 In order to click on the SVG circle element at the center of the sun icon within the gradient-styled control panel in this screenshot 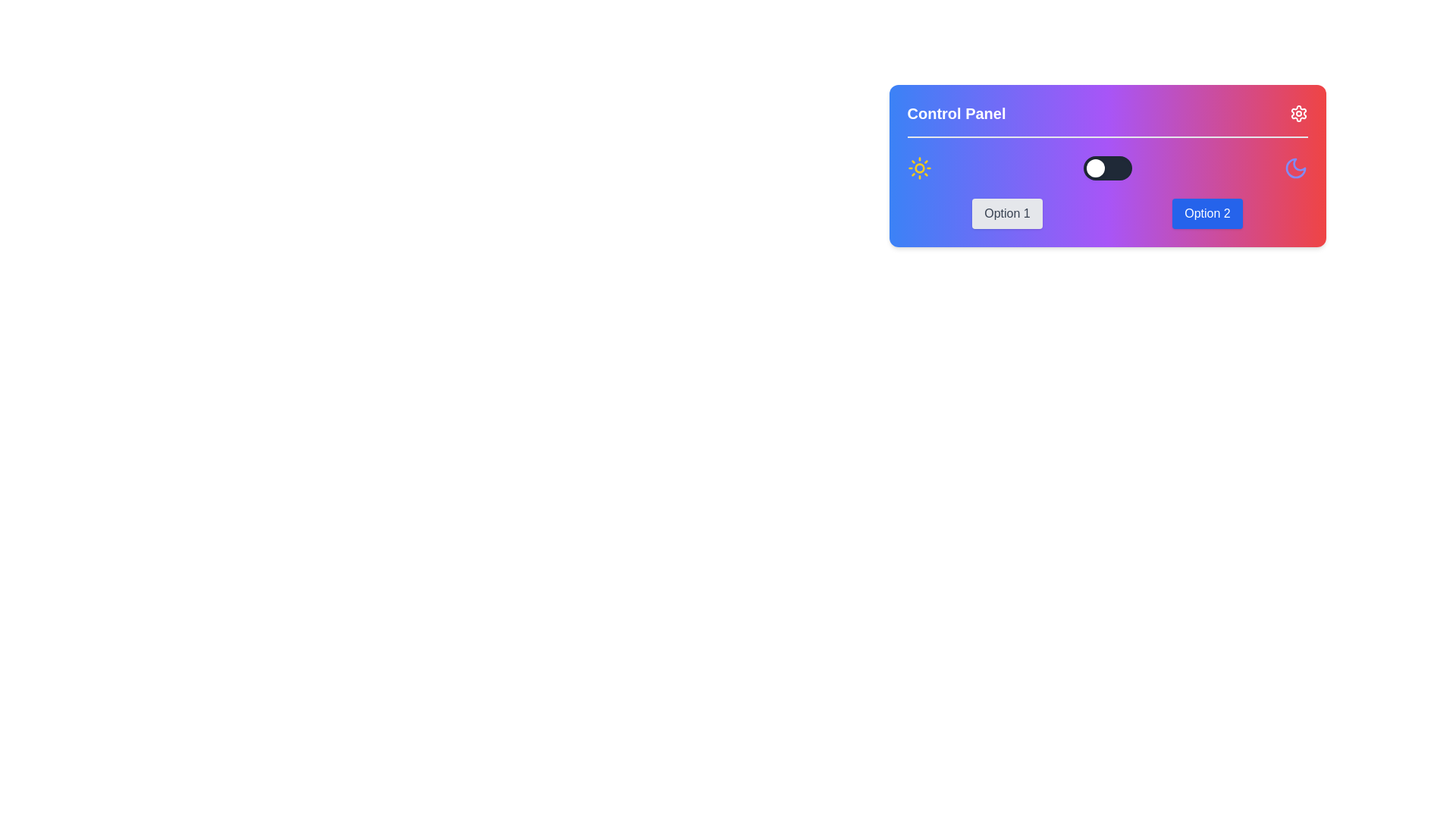, I will do `click(918, 168)`.